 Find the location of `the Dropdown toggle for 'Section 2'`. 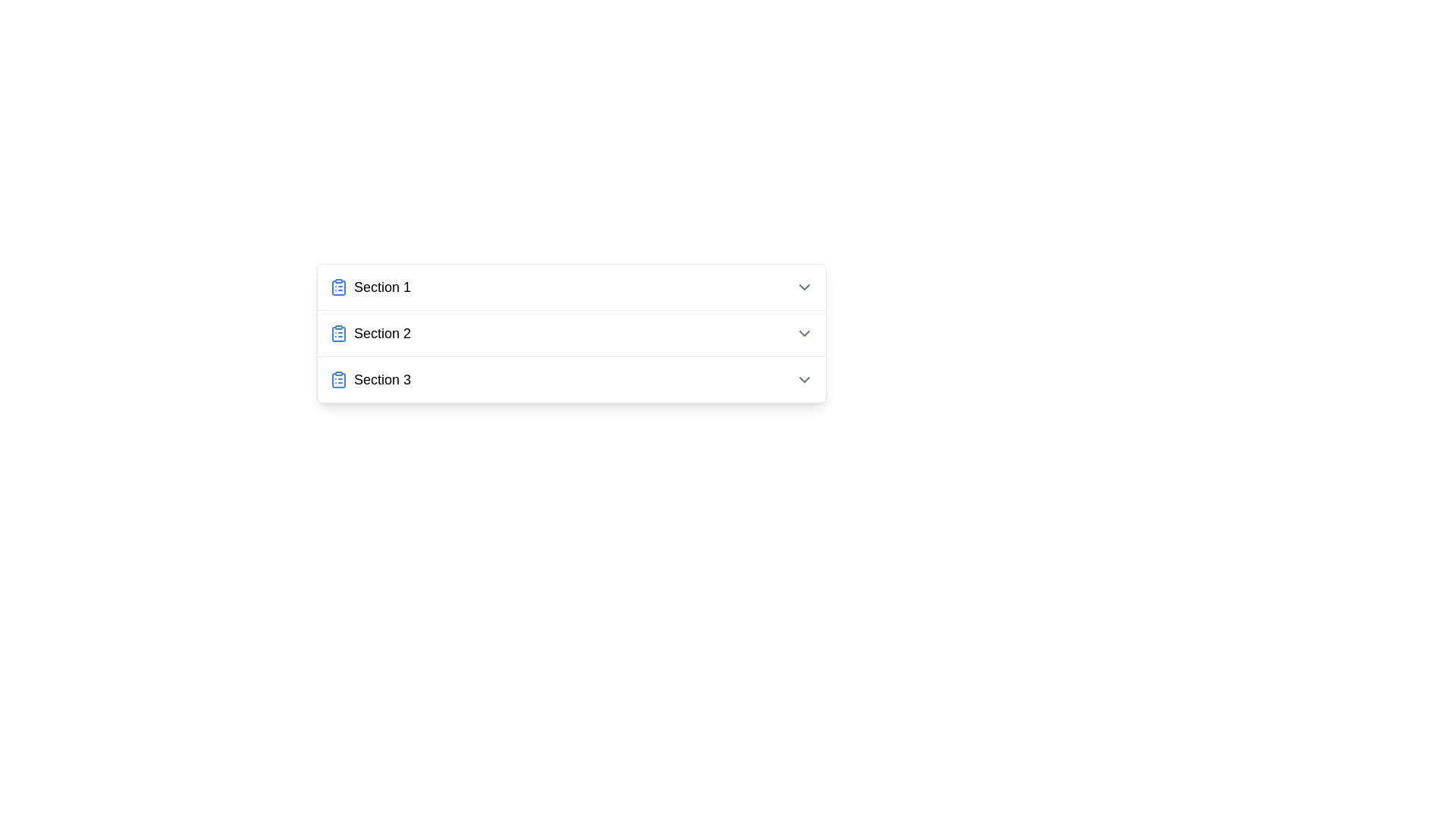

the Dropdown toggle for 'Section 2' is located at coordinates (570, 332).